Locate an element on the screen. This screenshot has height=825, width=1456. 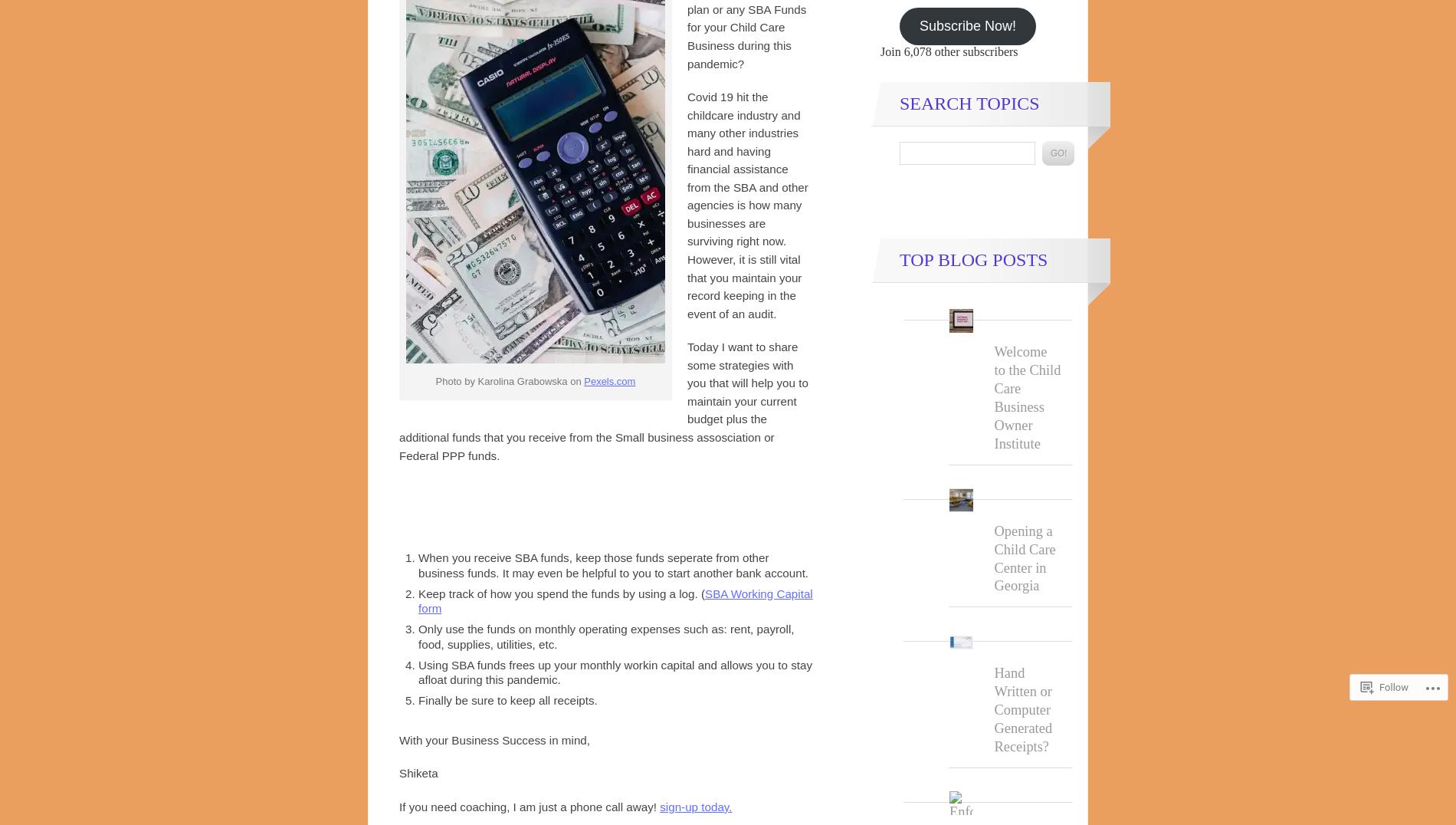
'sign-up today.' is located at coordinates (695, 806).